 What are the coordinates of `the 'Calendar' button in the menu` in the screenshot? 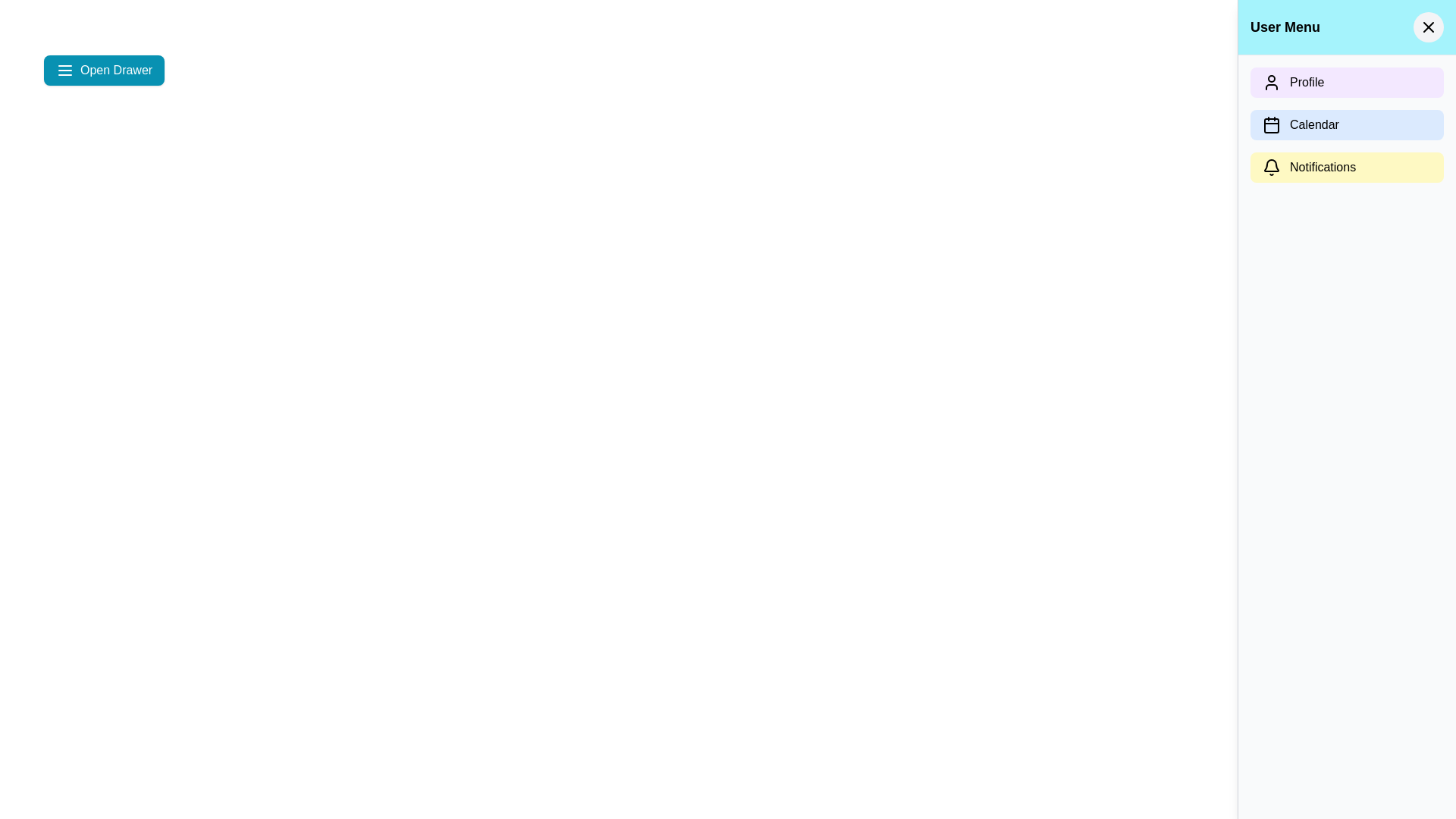 It's located at (1347, 124).